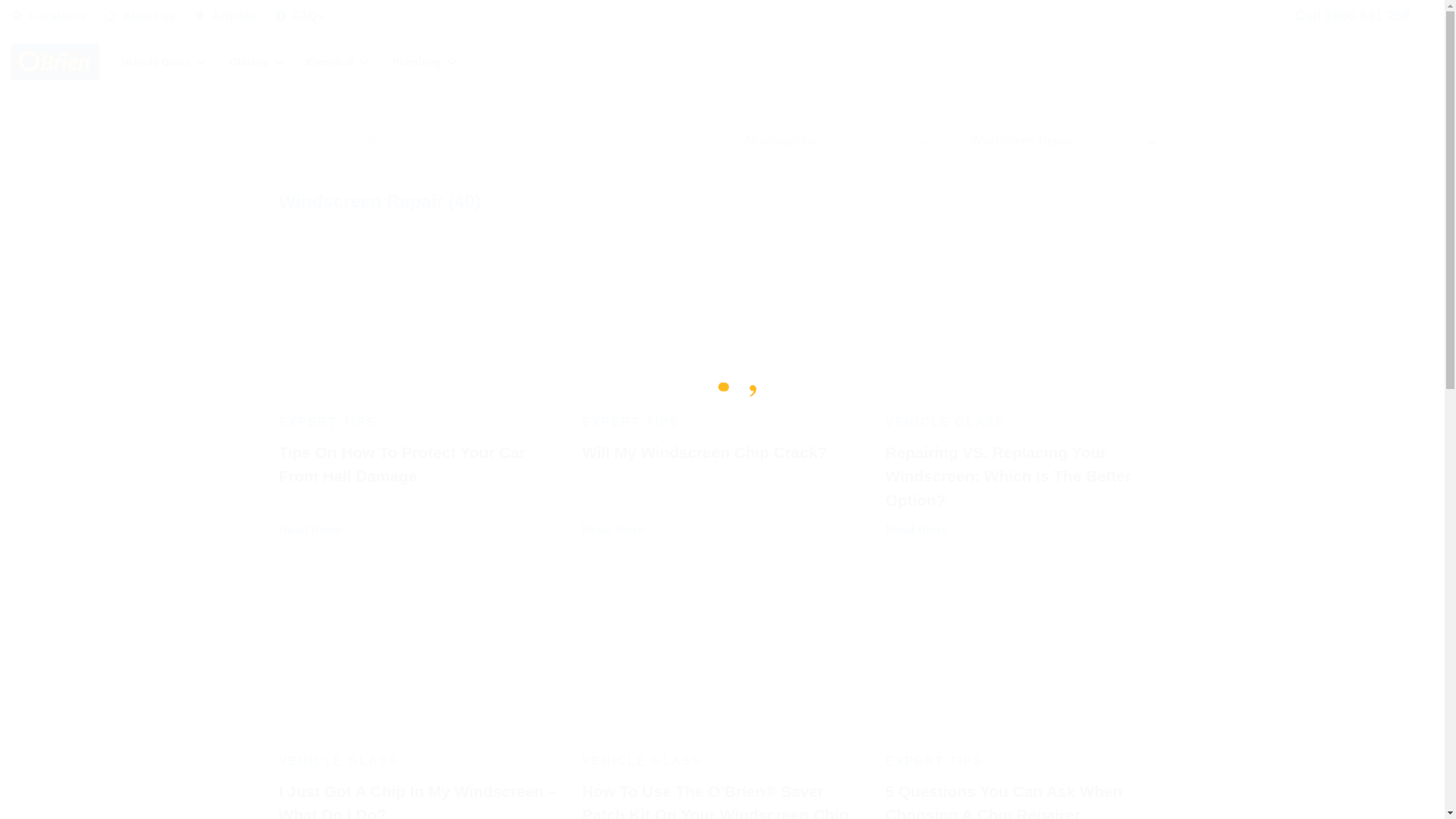 This screenshot has width=1456, height=819. What do you see at coordinates (308, 16) in the screenshot?
I see `'FAQs'` at bounding box center [308, 16].